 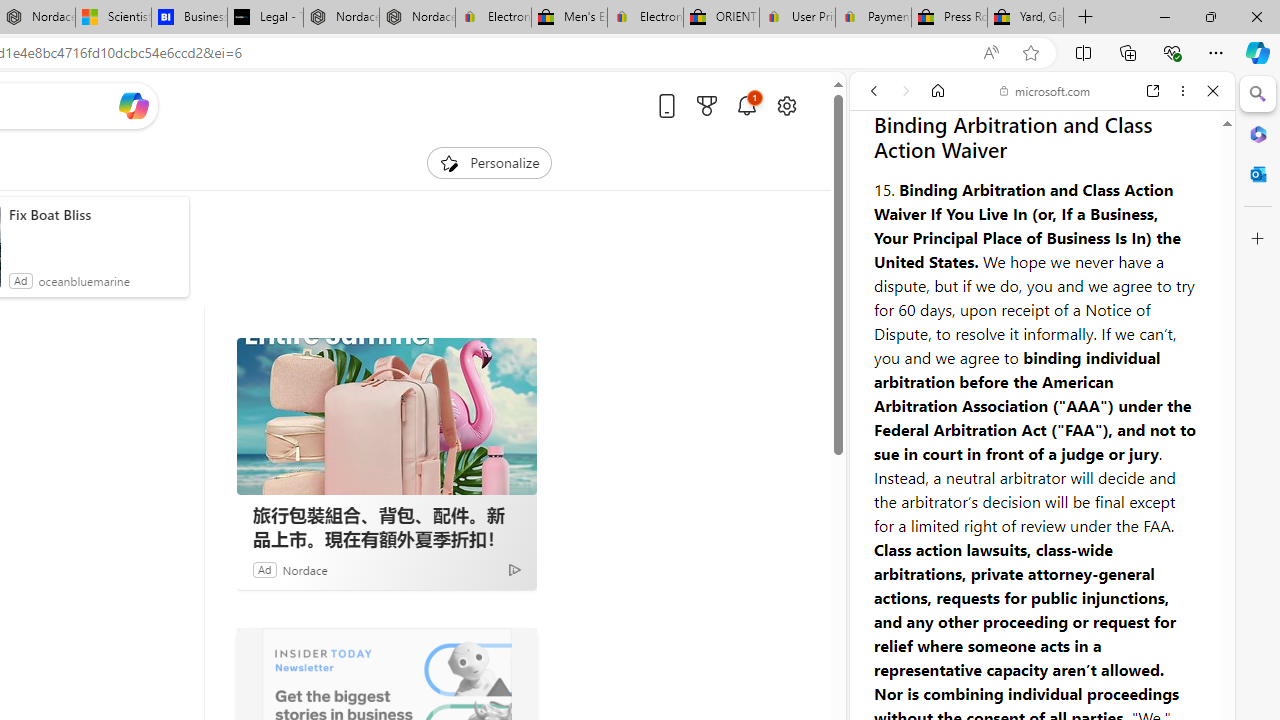 I want to click on 'microsoft.com', so click(x=1044, y=91).